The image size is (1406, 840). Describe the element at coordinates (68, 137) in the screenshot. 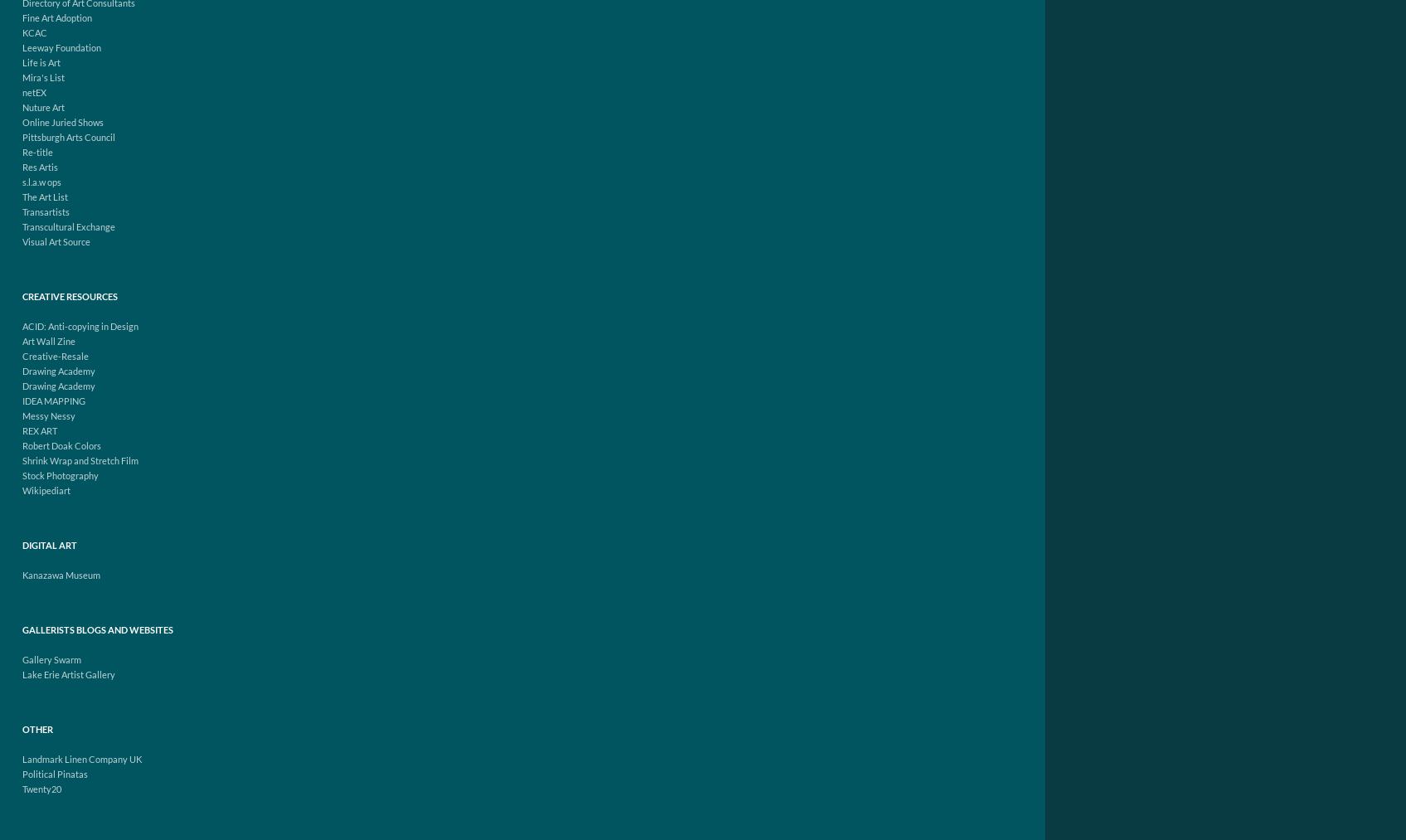

I see `'Pittsburgh Arts Council'` at that location.